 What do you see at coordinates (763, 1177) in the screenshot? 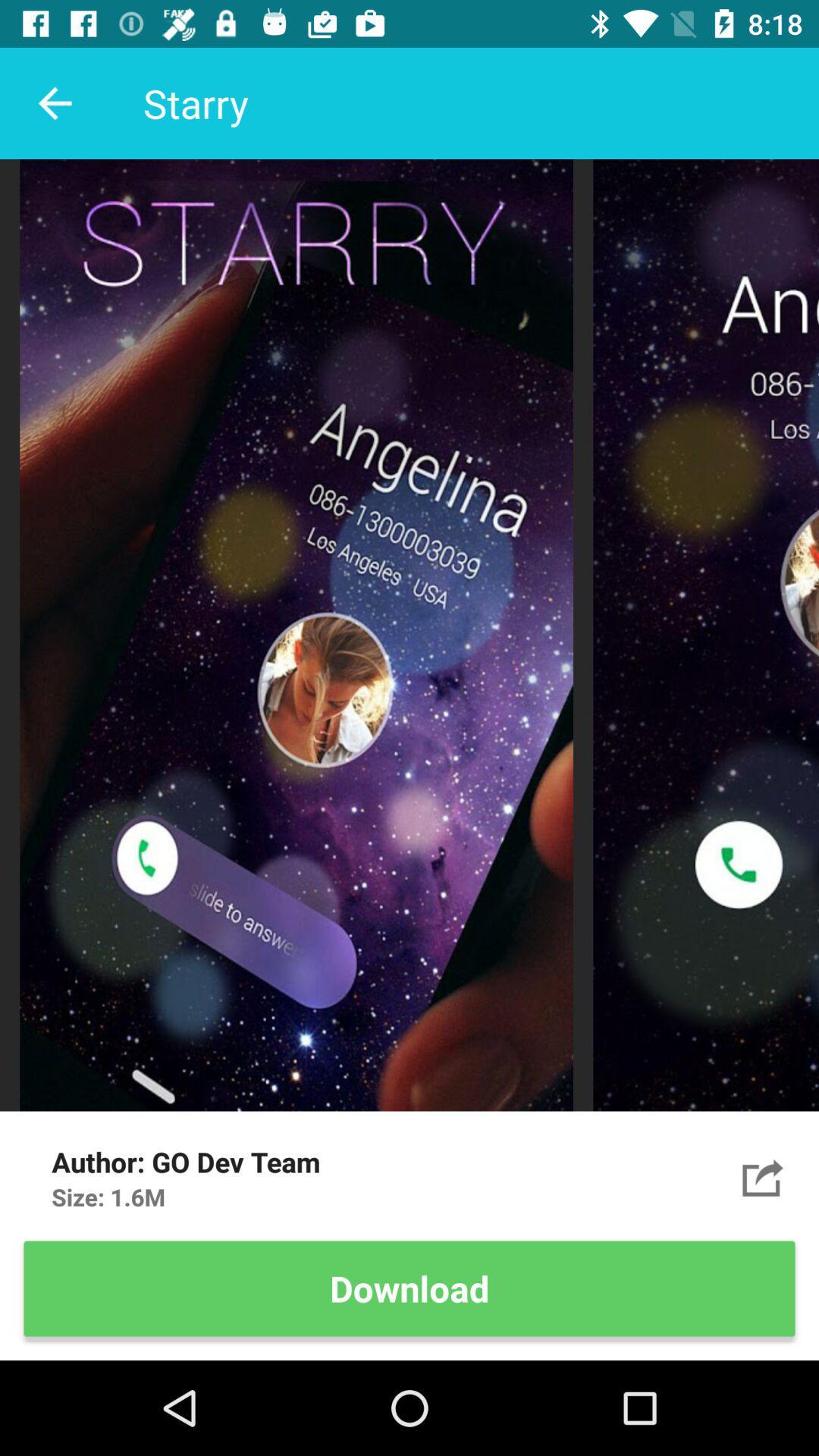
I see `the item above download` at bounding box center [763, 1177].